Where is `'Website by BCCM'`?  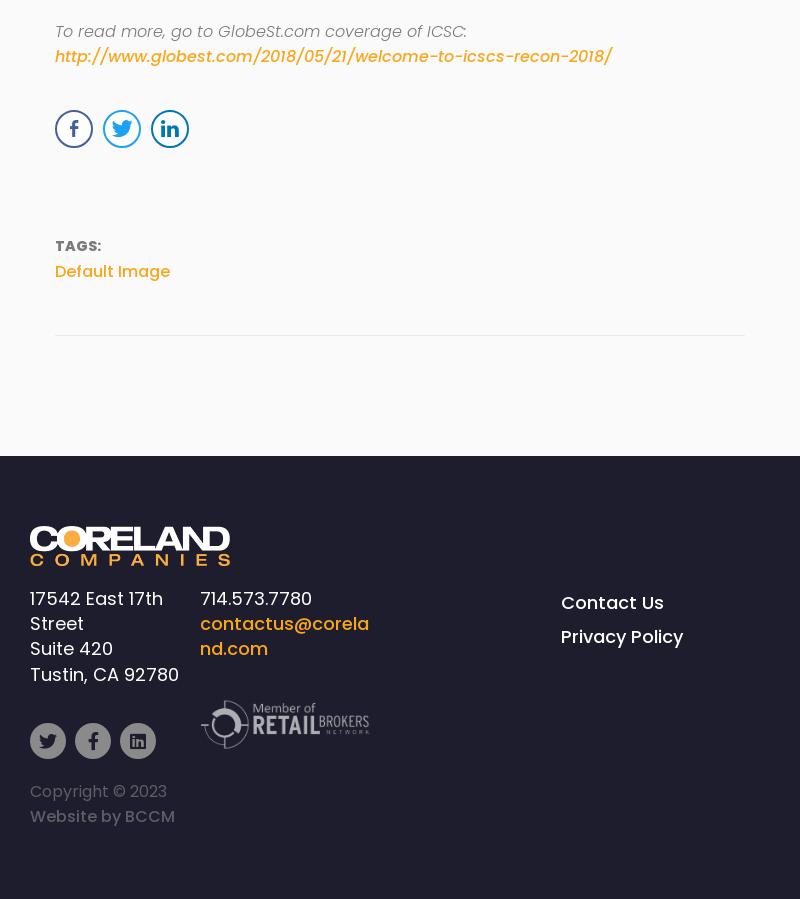 'Website by BCCM' is located at coordinates (101, 816).